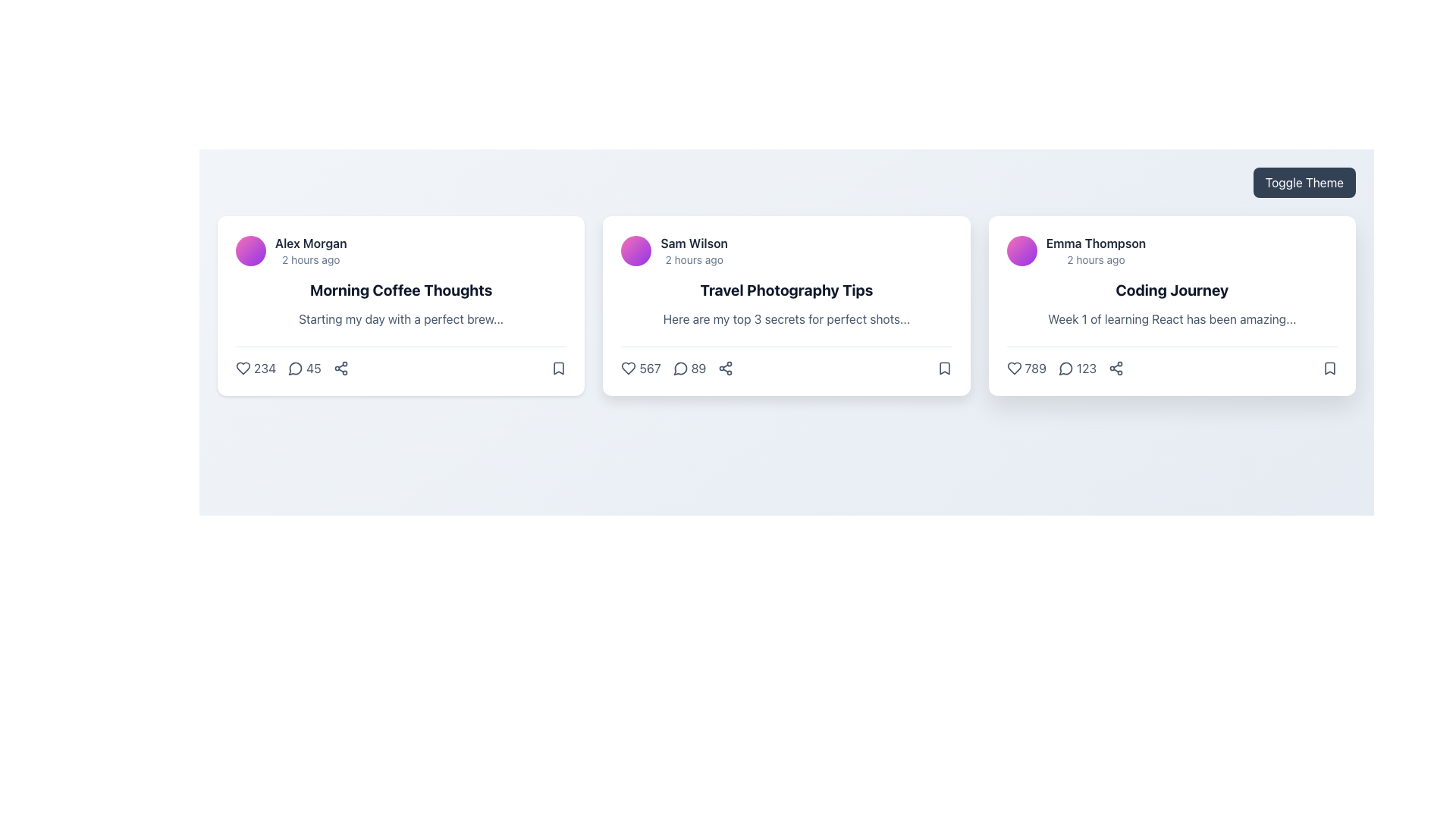 Image resolution: width=1456 pixels, height=819 pixels. Describe the element at coordinates (243, 369) in the screenshot. I see `the heart icon representing a 'like' feature, which is an outlined SVG graphical element located at the bottom of the first content card` at that location.